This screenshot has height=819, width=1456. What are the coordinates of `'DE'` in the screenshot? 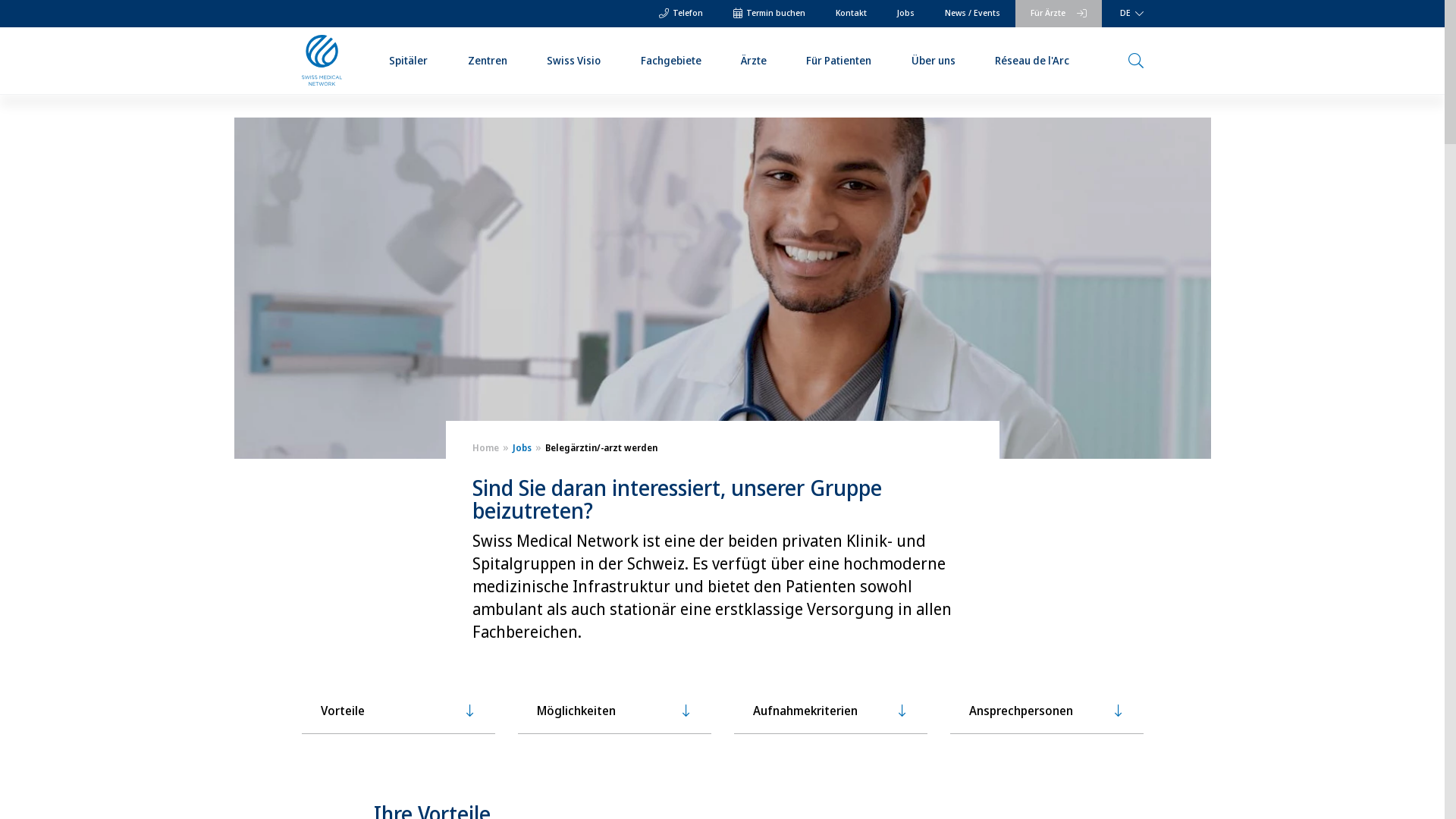 It's located at (1128, 14).